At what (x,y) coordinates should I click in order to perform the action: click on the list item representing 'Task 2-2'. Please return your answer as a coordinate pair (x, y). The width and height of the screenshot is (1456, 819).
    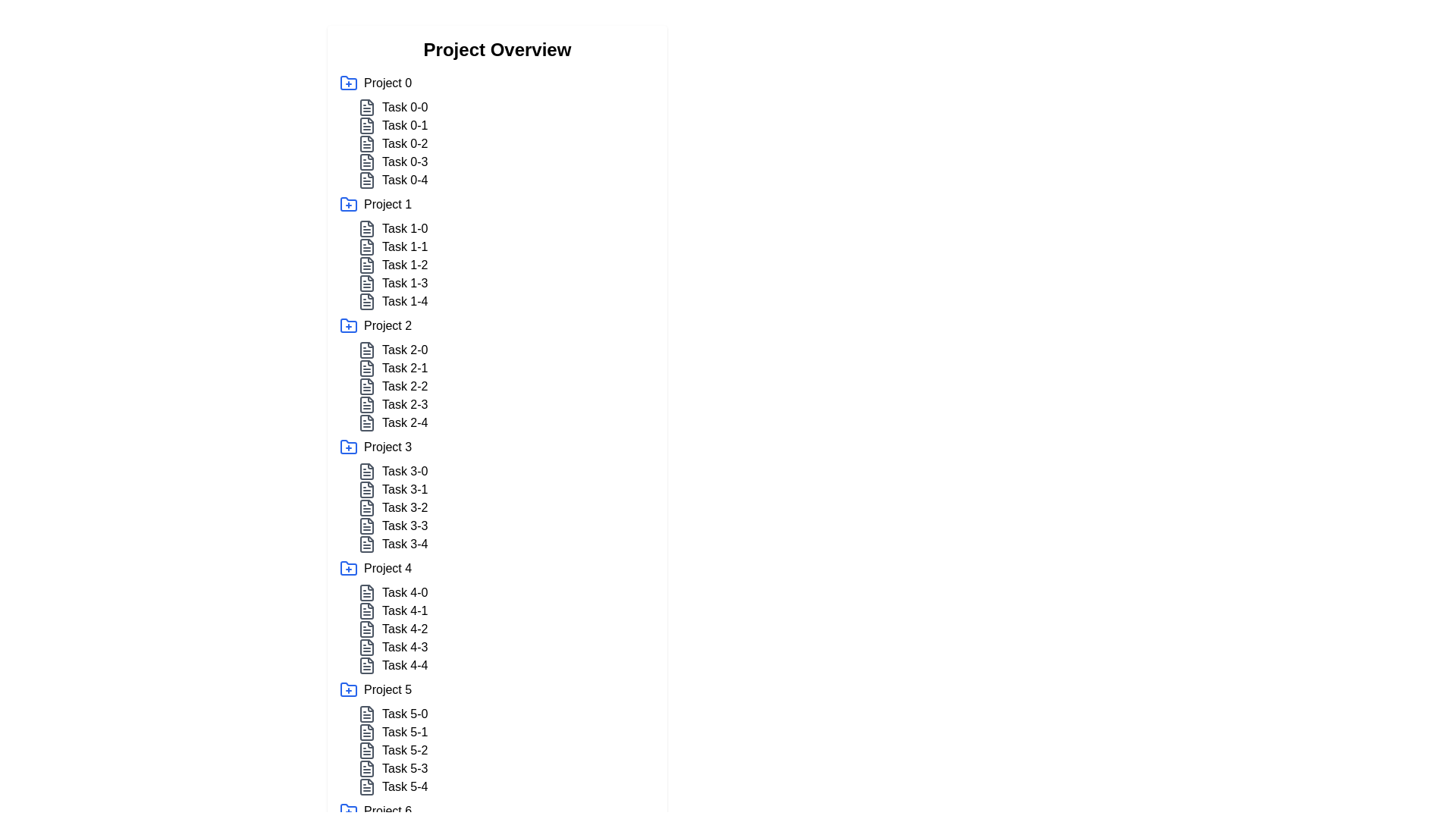
    Looking at the image, I should click on (506, 385).